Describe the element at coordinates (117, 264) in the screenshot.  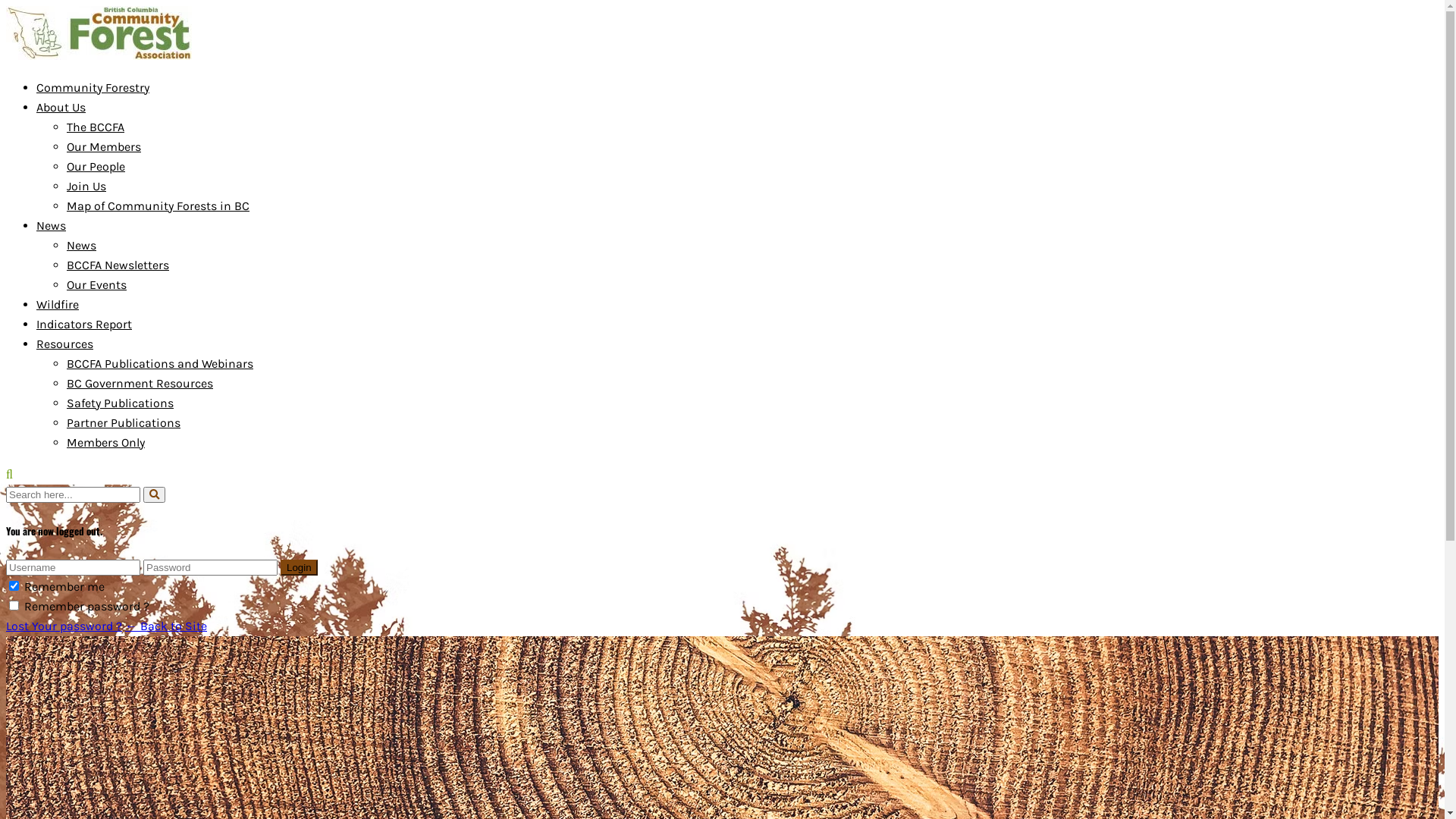
I see `'BCCFA Newsletters'` at that location.